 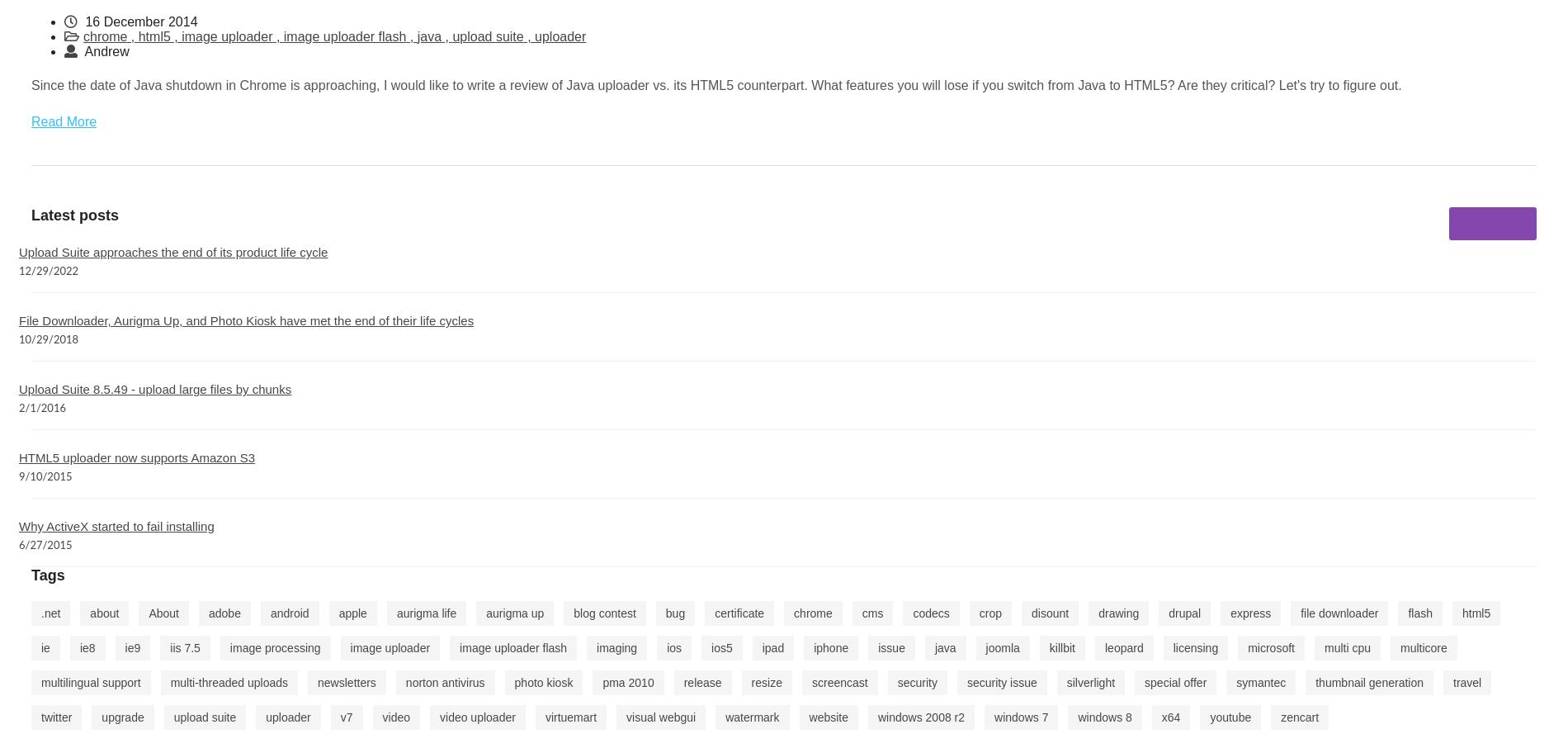 I want to click on 'File Downloader, Aurigma Up, and Photo Kiosk have met the end of their life cycles', so click(x=18, y=320).